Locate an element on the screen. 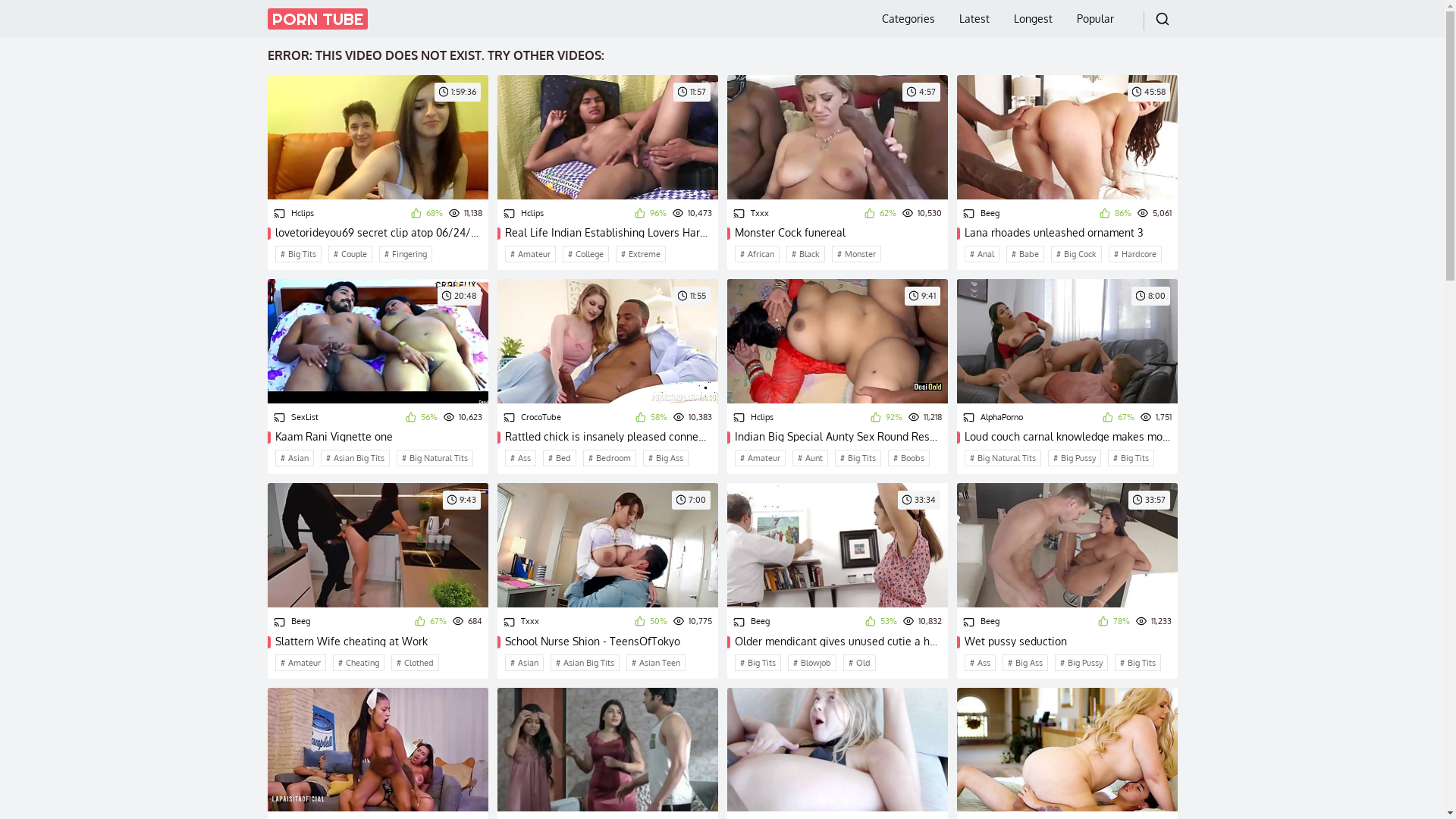  'Loud couch carnal knowledge makes mommy lose her mind' is located at coordinates (1066, 436).